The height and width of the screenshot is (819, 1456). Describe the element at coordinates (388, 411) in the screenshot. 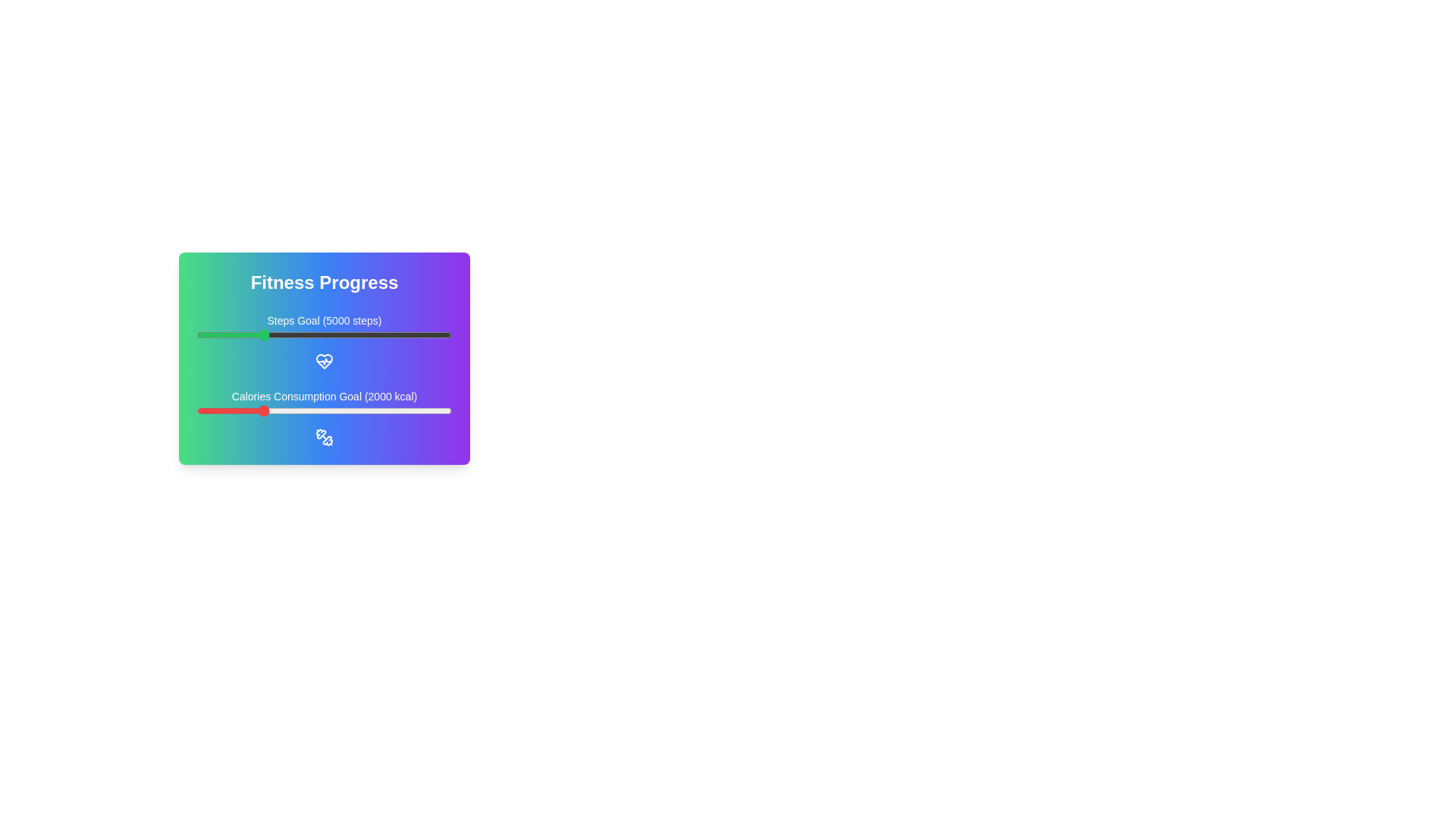

I see `the calorie goal` at that location.